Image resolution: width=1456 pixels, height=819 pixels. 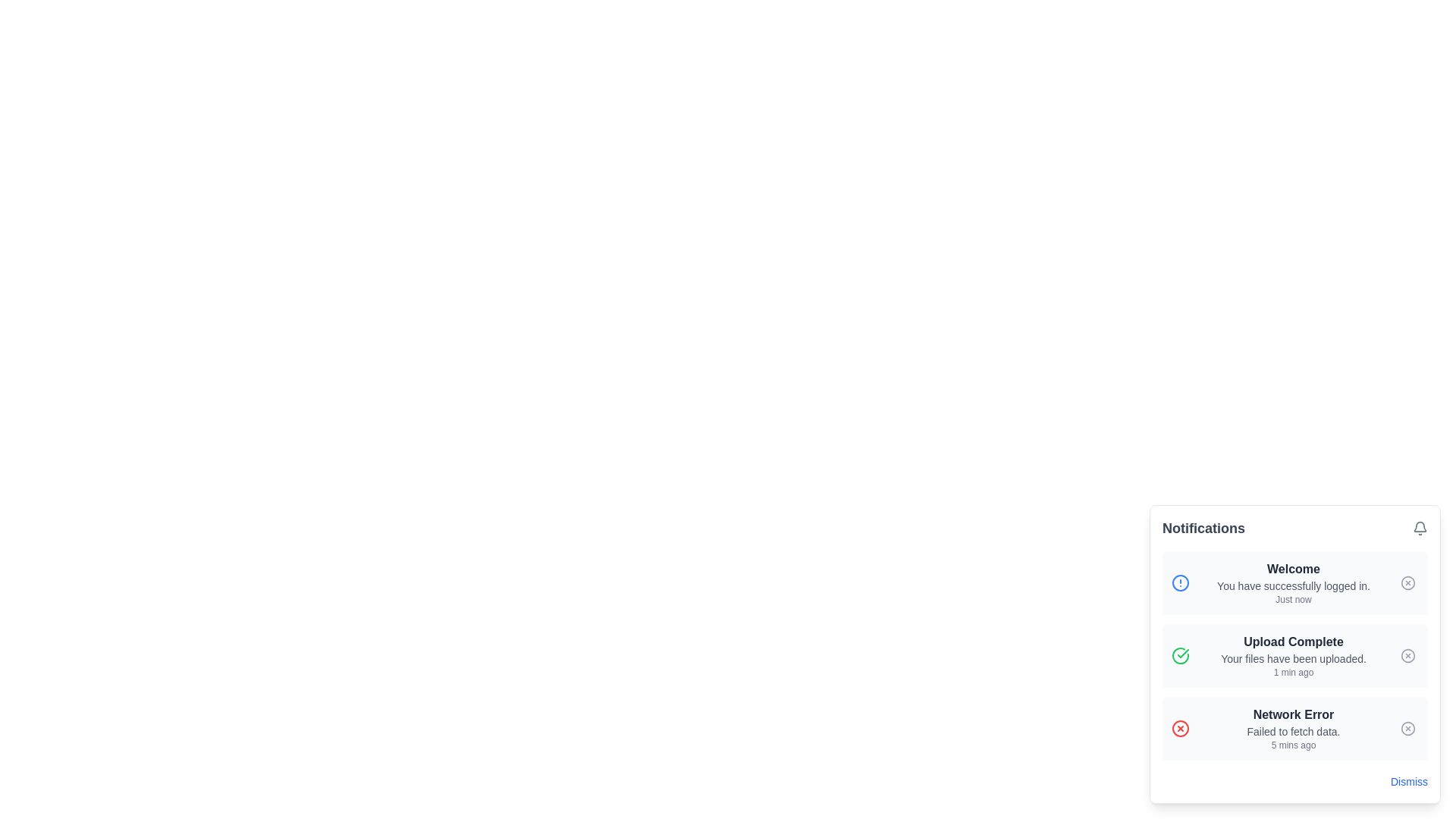 What do you see at coordinates (1408, 781) in the screenshot?
I see `the 'Dismiss' textual hyperlink located at the bottom-right corner of the notifications panel` at bounding box center [1408, 781].